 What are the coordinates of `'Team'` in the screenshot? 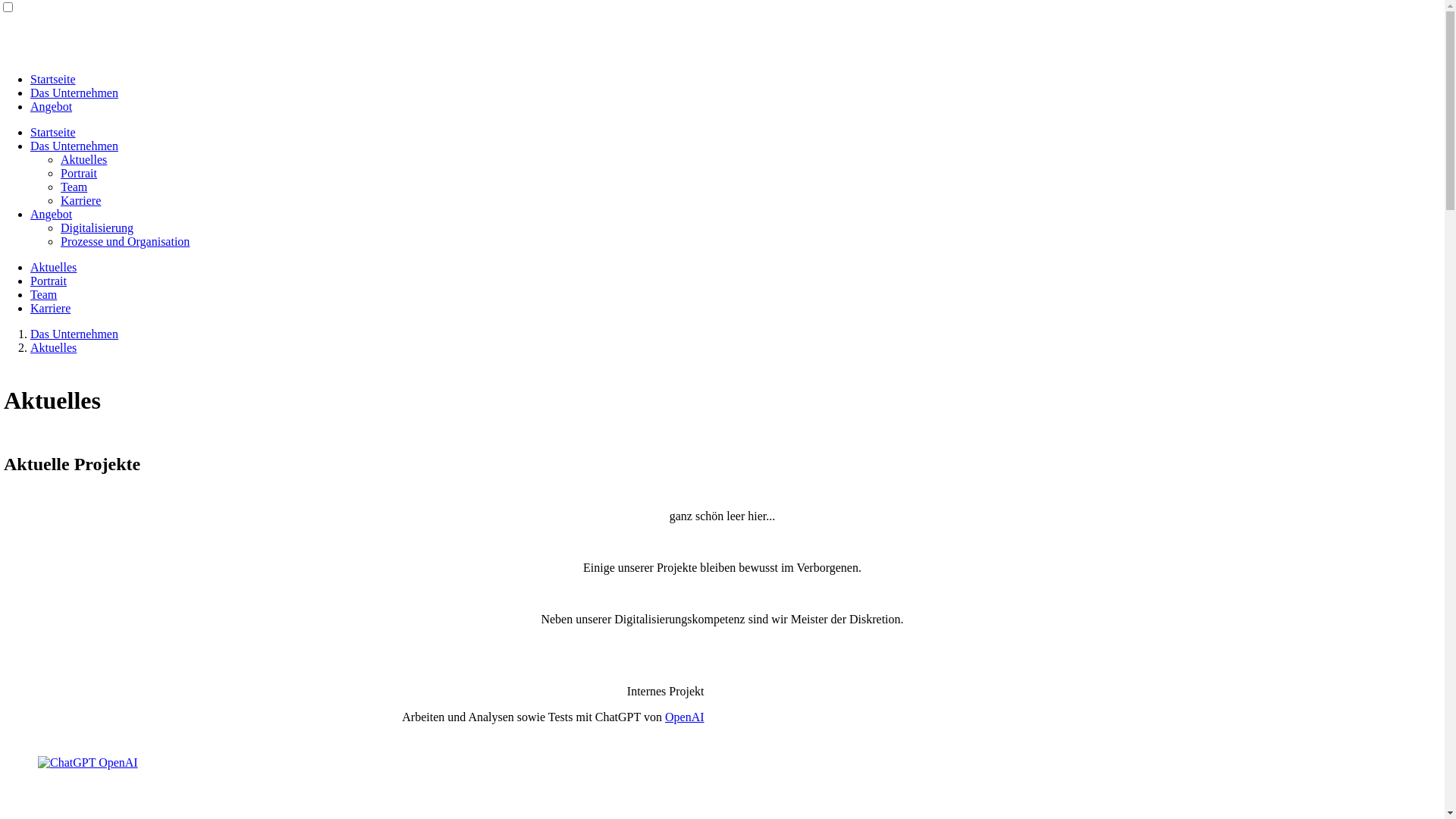 It's located at (43, 294).